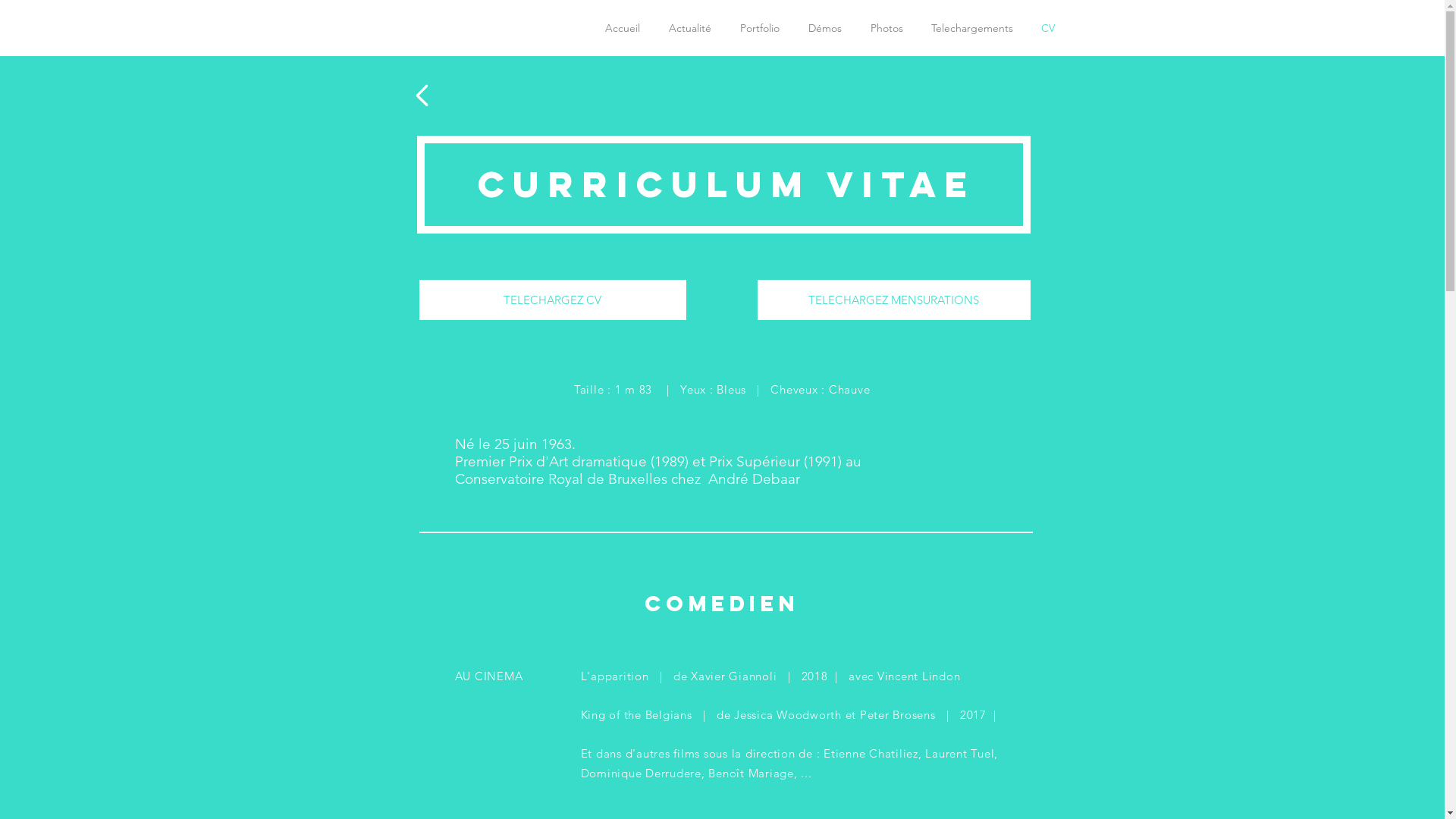  What do you see at coordinates (622, 28) in the screenshot?
I see `'Accueil'` at bounding box center [622, 28].